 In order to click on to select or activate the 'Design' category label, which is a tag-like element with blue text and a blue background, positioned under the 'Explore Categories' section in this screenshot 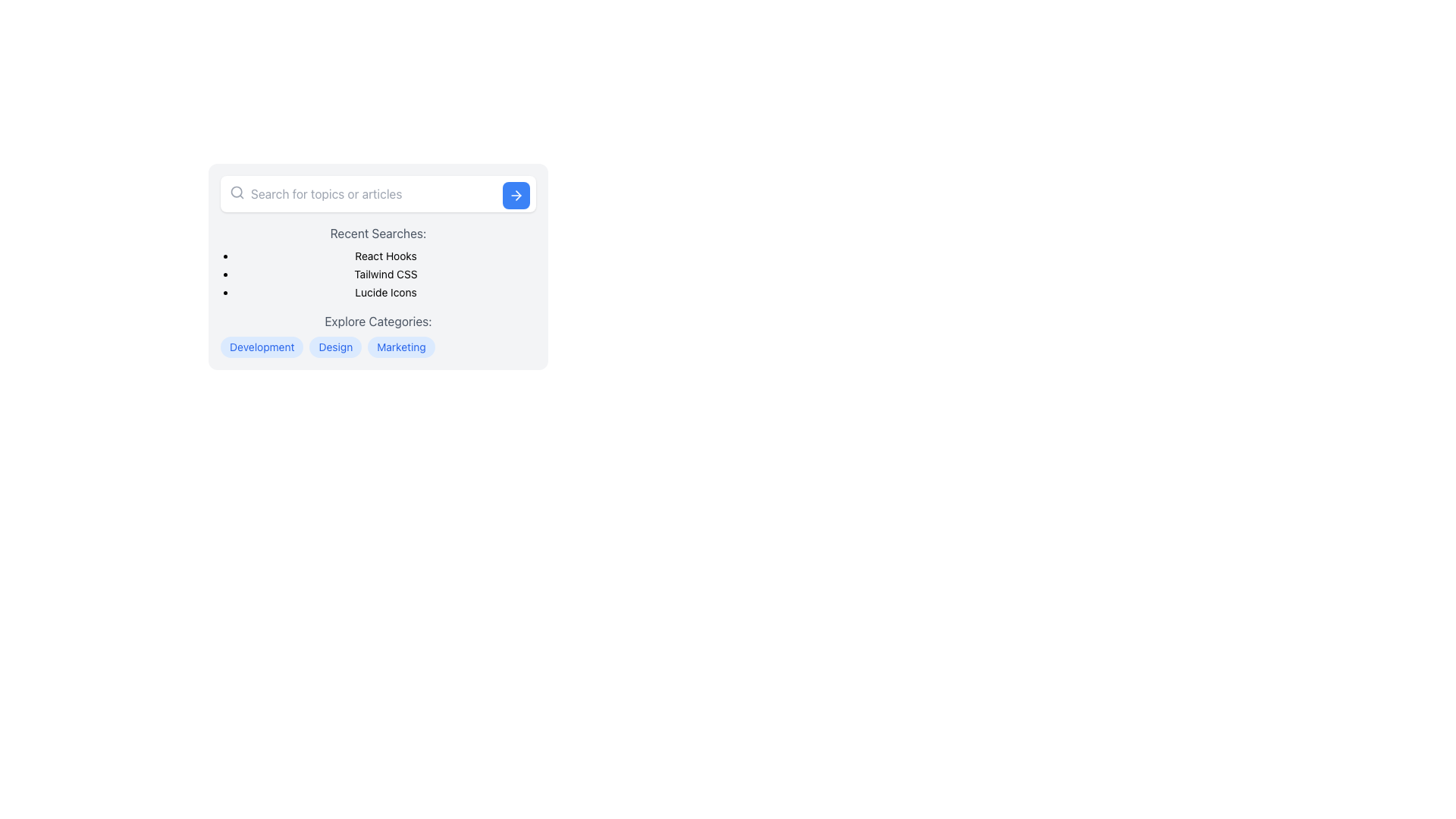, I will do `click(334, 347)`.